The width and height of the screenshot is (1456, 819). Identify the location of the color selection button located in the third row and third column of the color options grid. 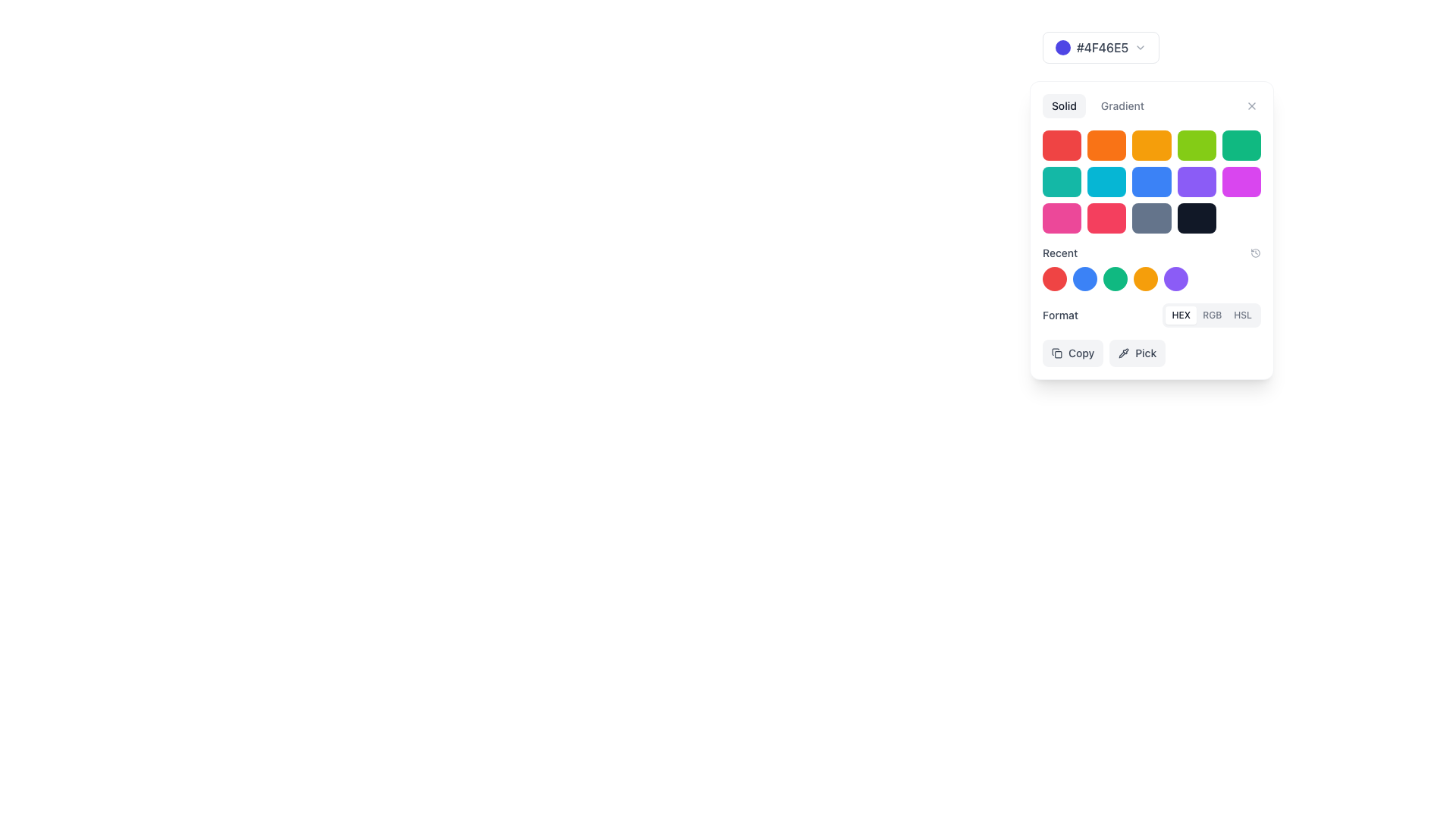
(1151, 218).